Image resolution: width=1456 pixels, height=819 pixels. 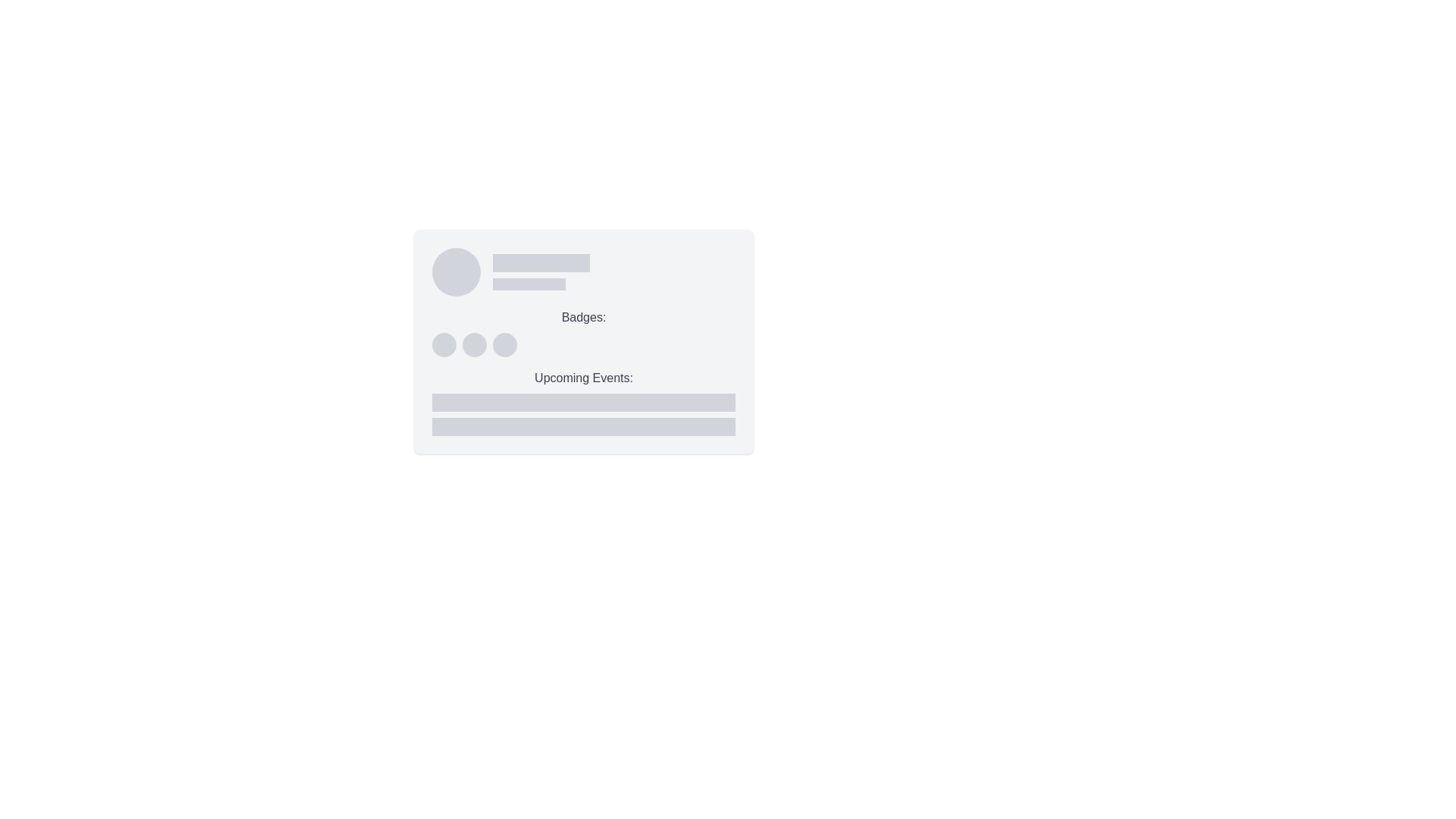 What do you see at coordinates (582, 415) in the screenshot?
I see `the grouping of non-interactive visual indicators consisting of two horizontally aligned gray bars located in the 'Upcoming Events:' section, immediately below the label 'Upcoming Events:'` at bounding box center [582, 415].